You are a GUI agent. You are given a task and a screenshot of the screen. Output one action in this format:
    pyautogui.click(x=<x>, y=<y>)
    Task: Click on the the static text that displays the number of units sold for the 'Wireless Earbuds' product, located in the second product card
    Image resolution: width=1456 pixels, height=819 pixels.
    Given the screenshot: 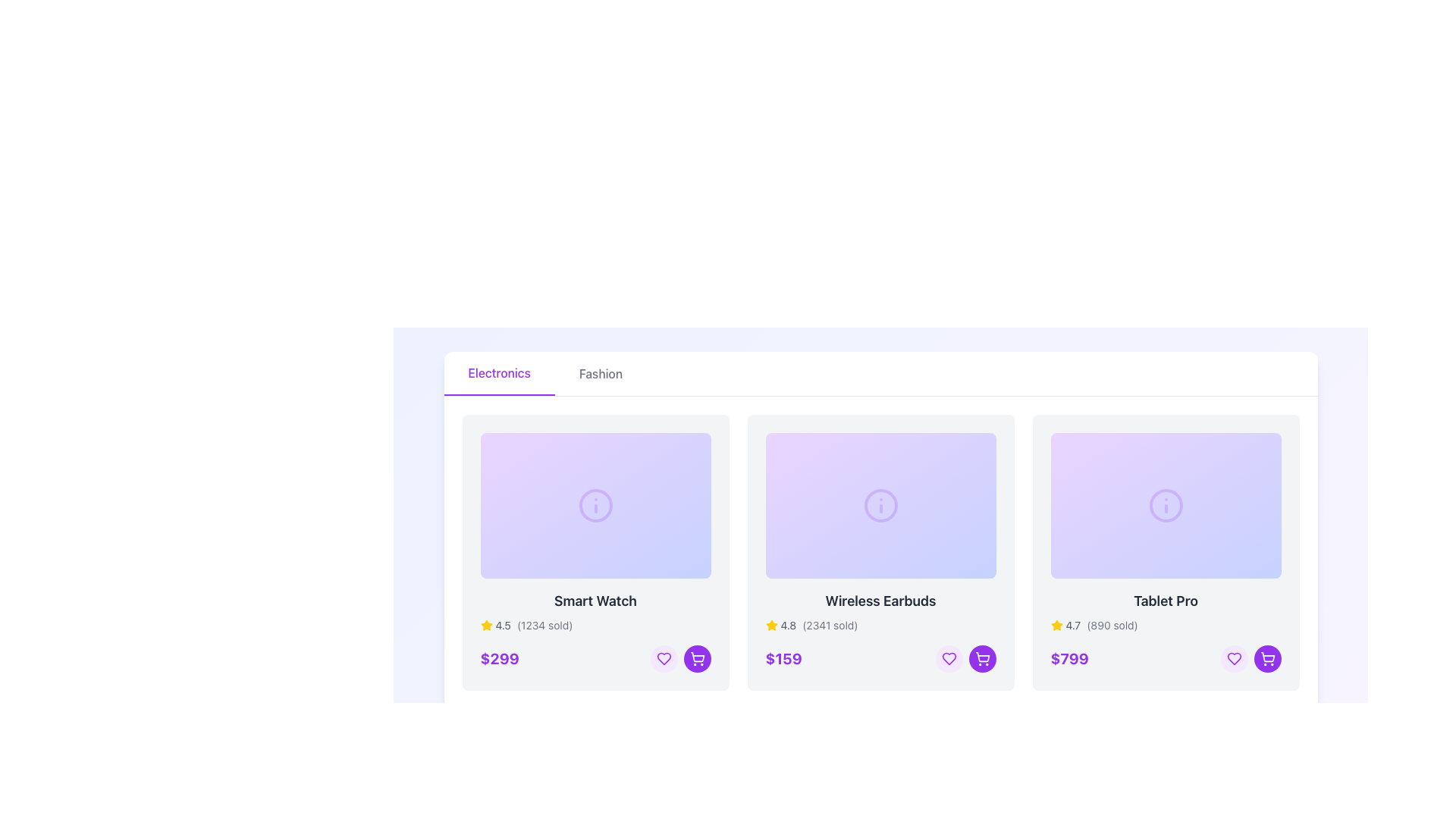 What is the action you would take?
    pyautogui.click(x=829, y=626)
    